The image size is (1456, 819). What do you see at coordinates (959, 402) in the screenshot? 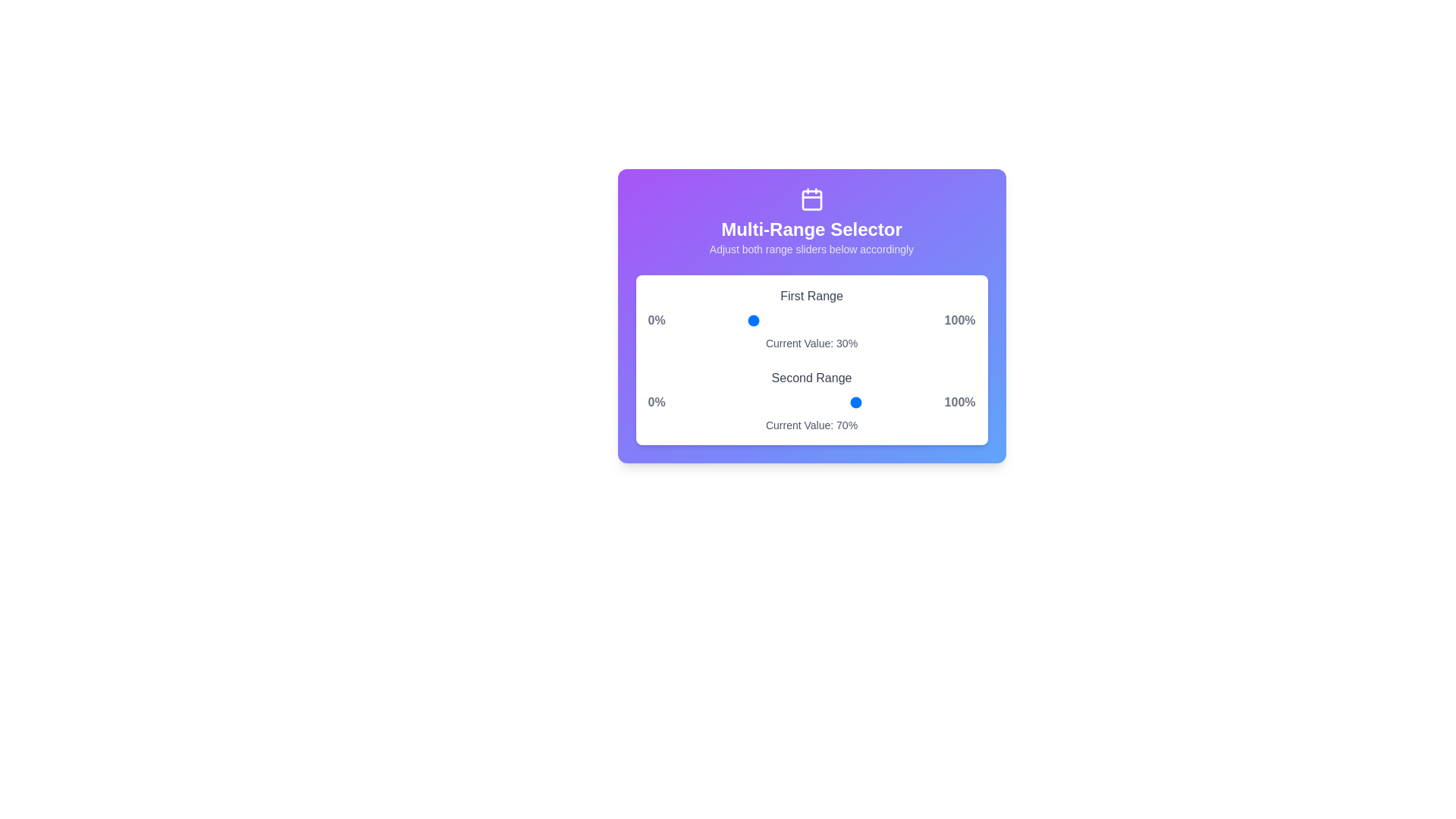
I see `the static text label displaying '100%' in gray color, located at the right end of the range slider for 'Second Range'` at bounding box center [959, 402].